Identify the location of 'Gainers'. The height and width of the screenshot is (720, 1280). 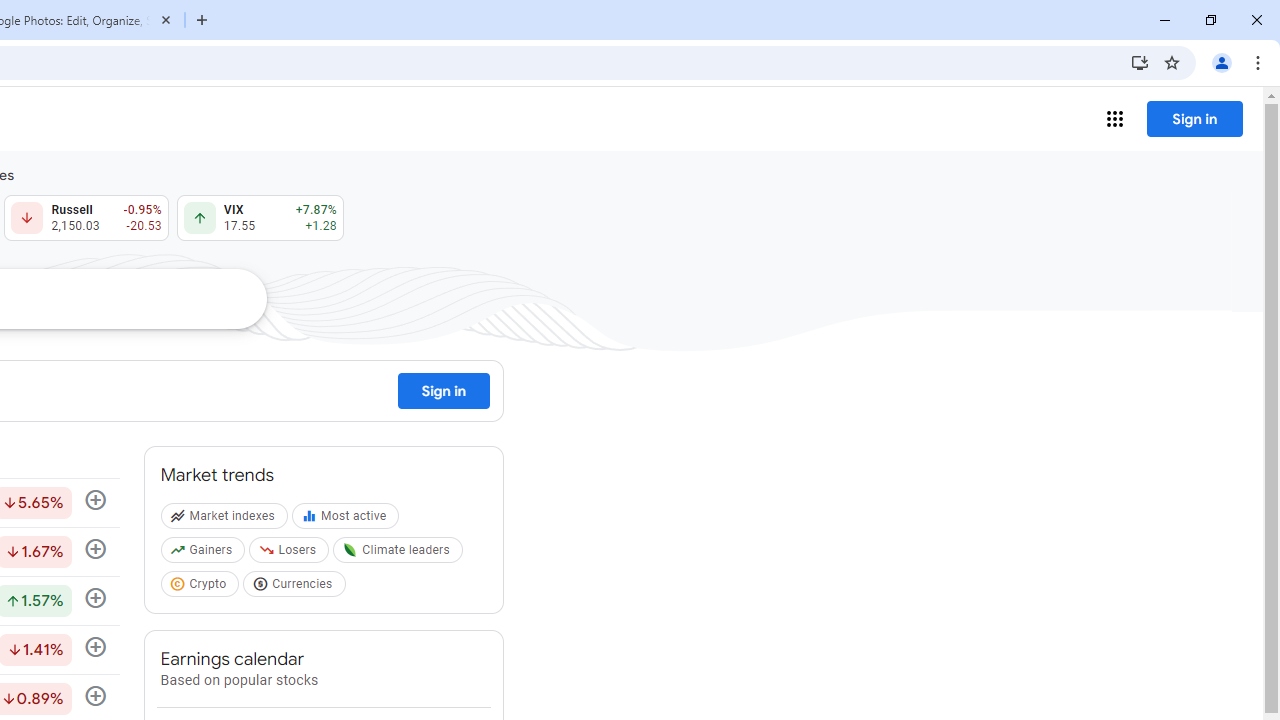
(204, 554).